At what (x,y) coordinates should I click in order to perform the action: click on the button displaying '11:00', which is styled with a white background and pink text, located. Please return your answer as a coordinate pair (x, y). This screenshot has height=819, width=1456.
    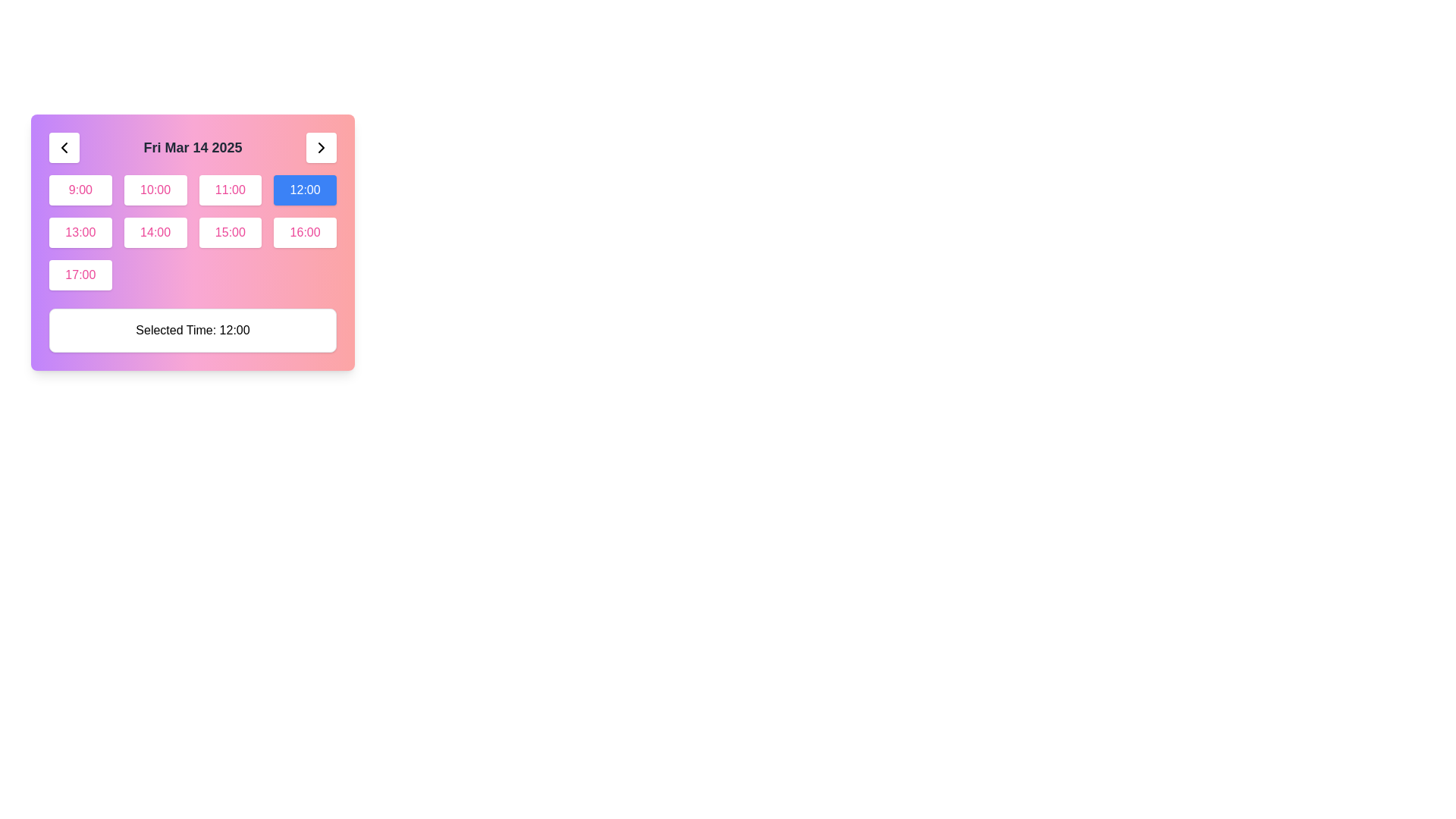
    Looking at the image, I should click on (229, 189).